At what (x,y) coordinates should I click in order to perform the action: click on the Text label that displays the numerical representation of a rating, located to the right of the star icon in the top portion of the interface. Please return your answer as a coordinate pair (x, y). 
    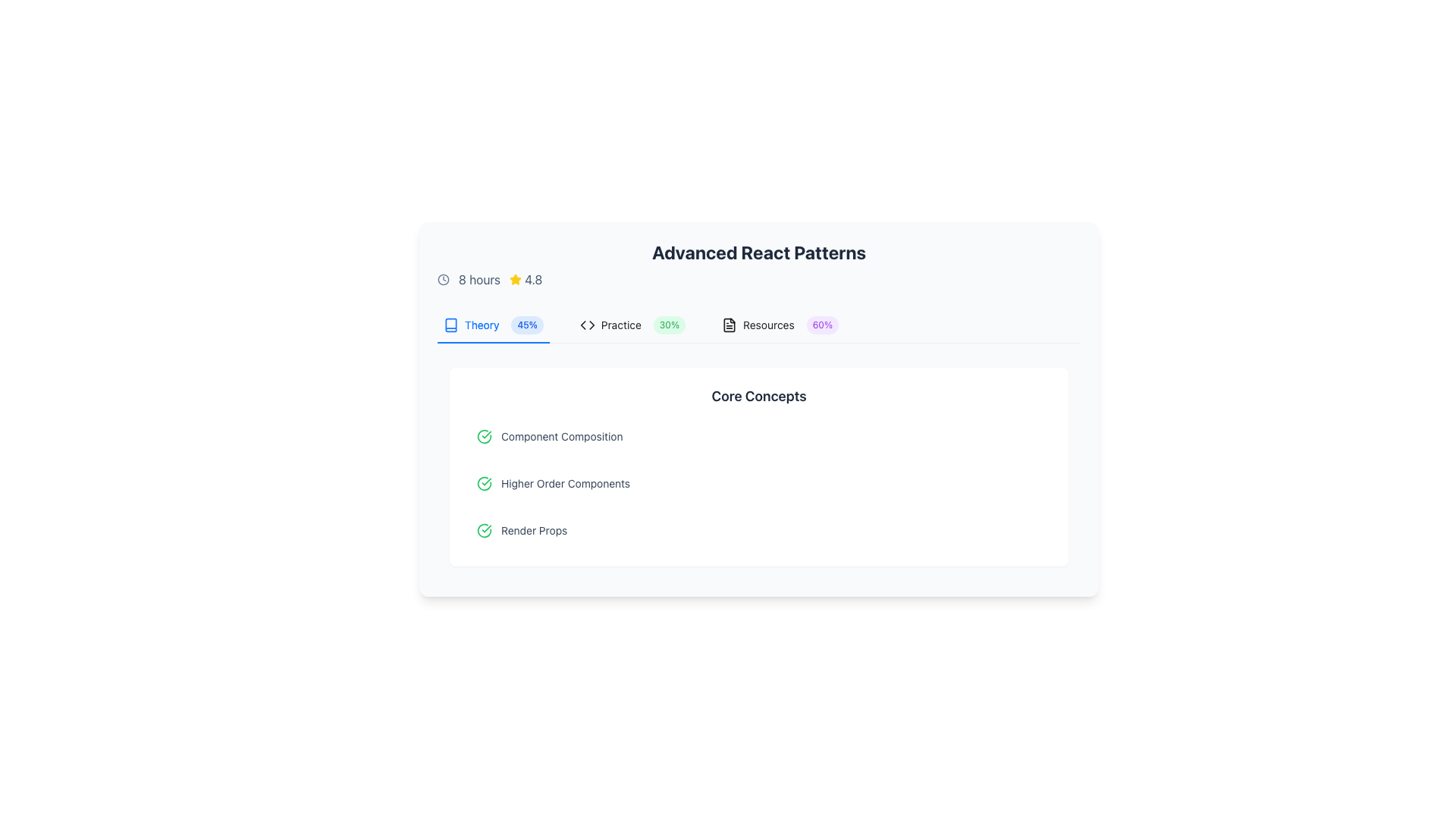
    Looking at the image, I should click on (533, 280).